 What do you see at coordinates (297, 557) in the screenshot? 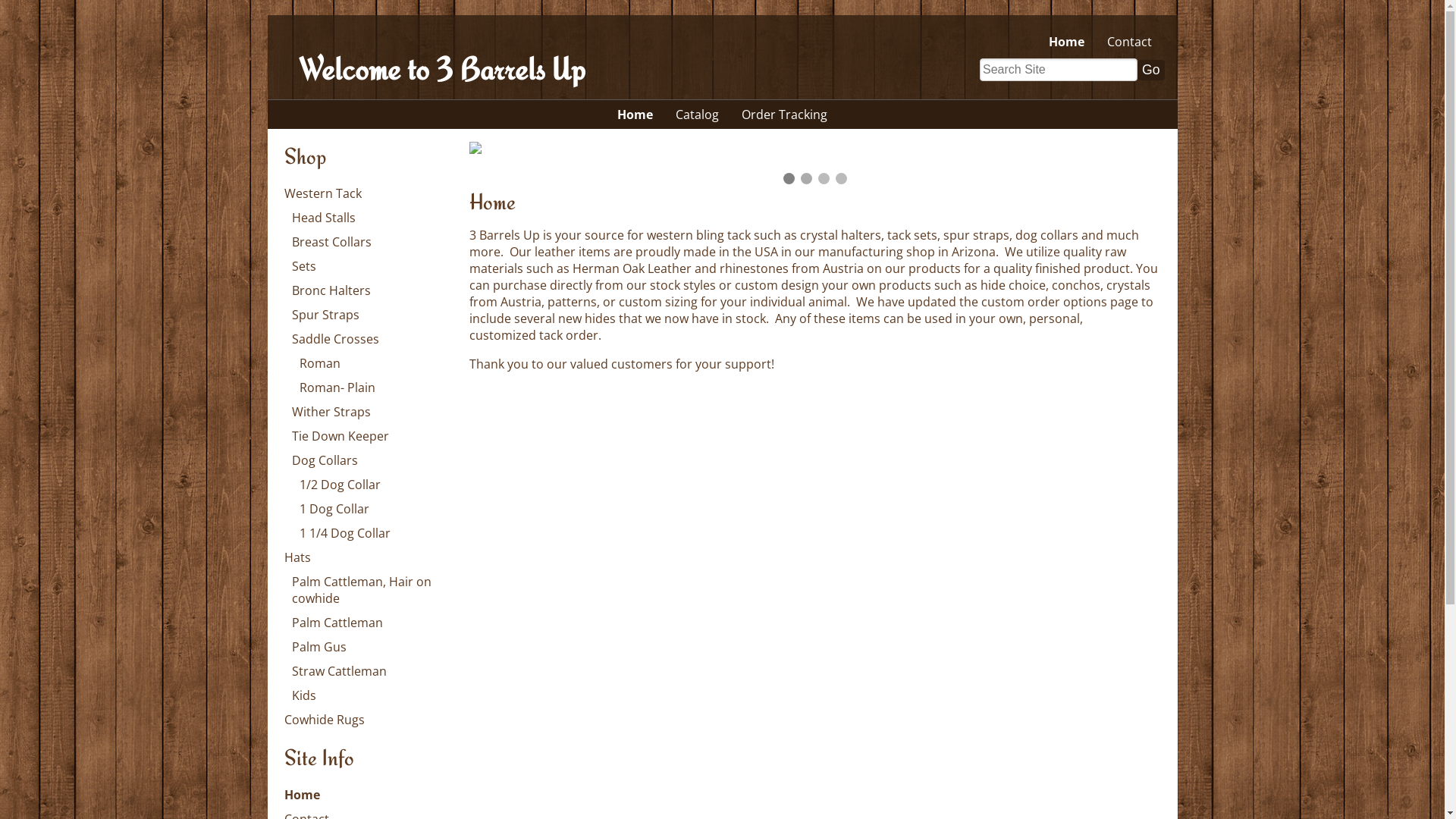
I see `'Hats'` at bounding box center [297, 557].